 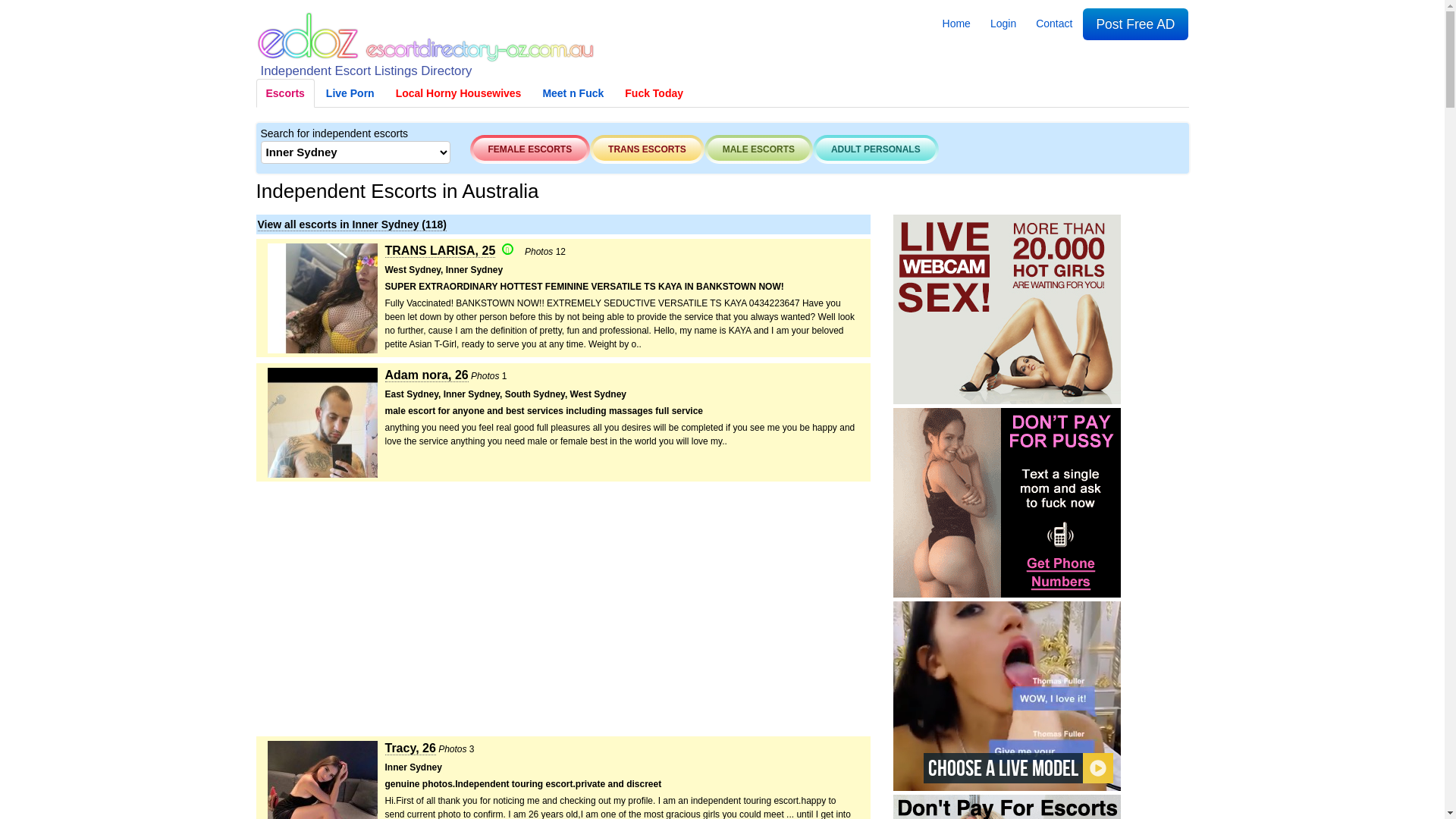 What do you see at coordinates (654, 93) in the screenshot?
I see `'Fuck Today'` at bounding box center [654, 93].